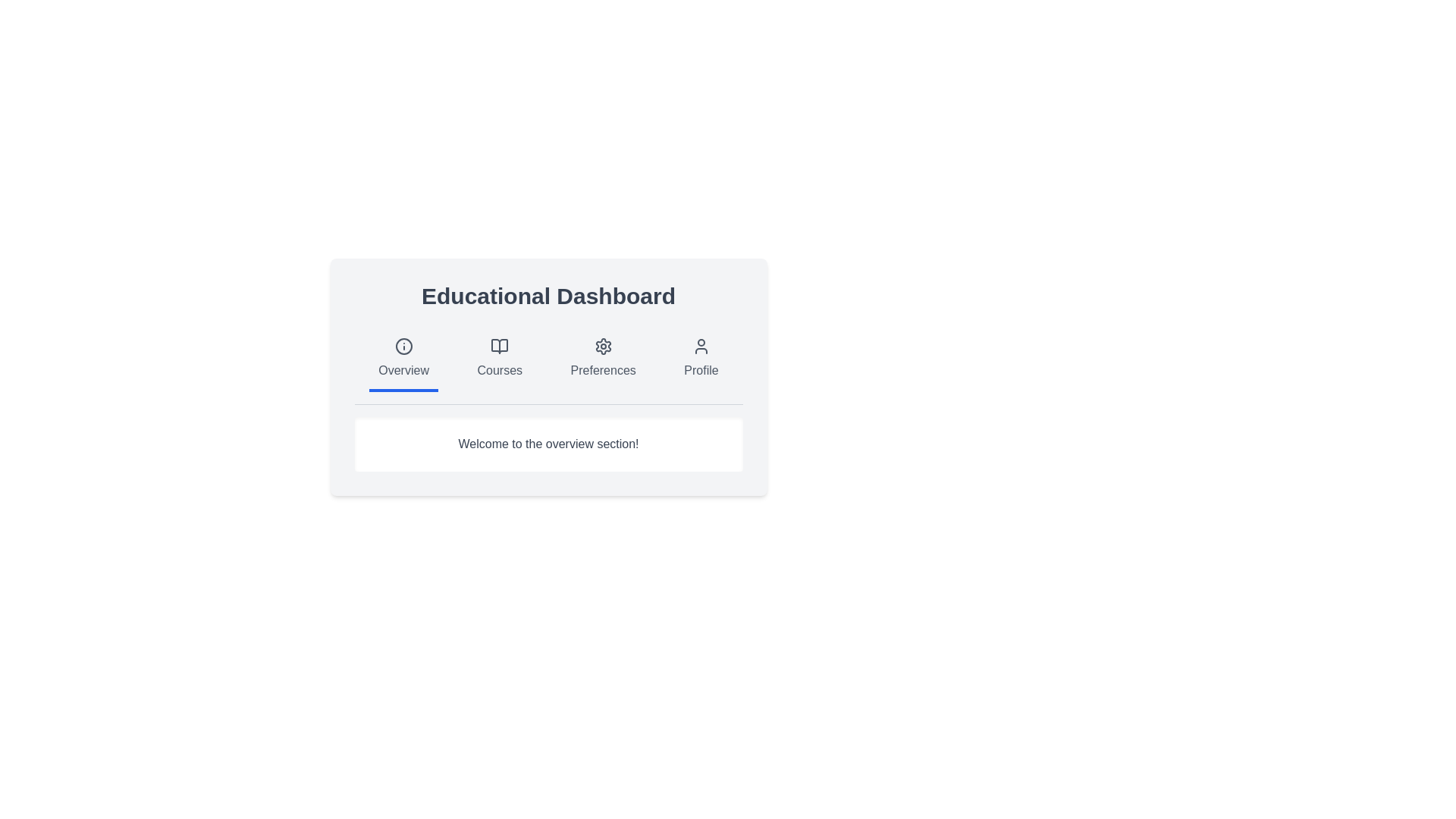 Image resolution: width=1456 pixels, height=819 pixels. Describe the element at coordinates (403, 346) in the screenshot. I see `the circular information icon with an 'i' symbol, located in the 'Overview' tab section, above the 'Overview' label` at that location.